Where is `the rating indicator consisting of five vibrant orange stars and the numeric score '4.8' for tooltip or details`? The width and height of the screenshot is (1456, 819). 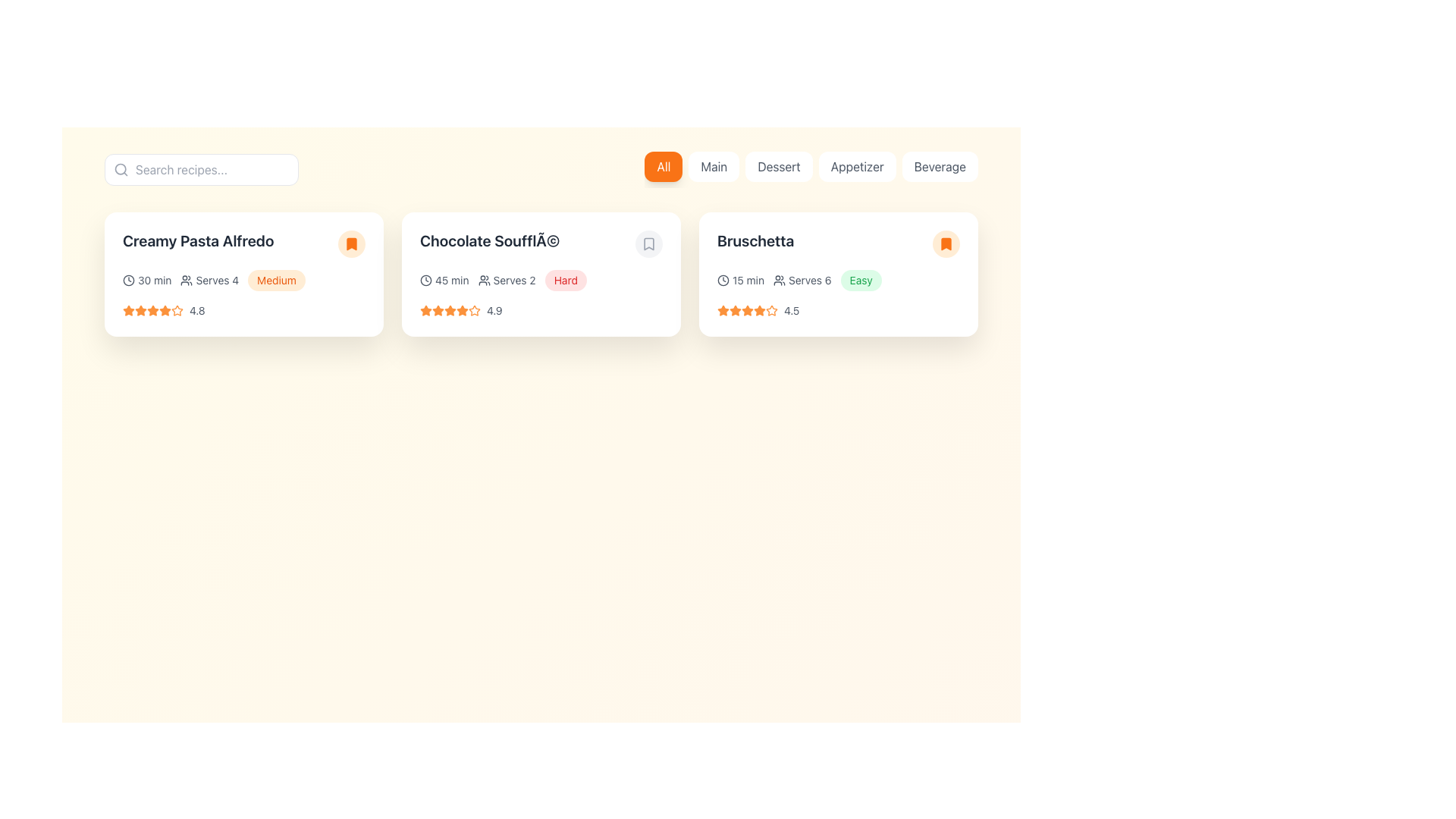
the rating indicator consisting of five vibrant orange stars and the numeric score '4.8' for tooltip or details is located at coordinates (243, 309).